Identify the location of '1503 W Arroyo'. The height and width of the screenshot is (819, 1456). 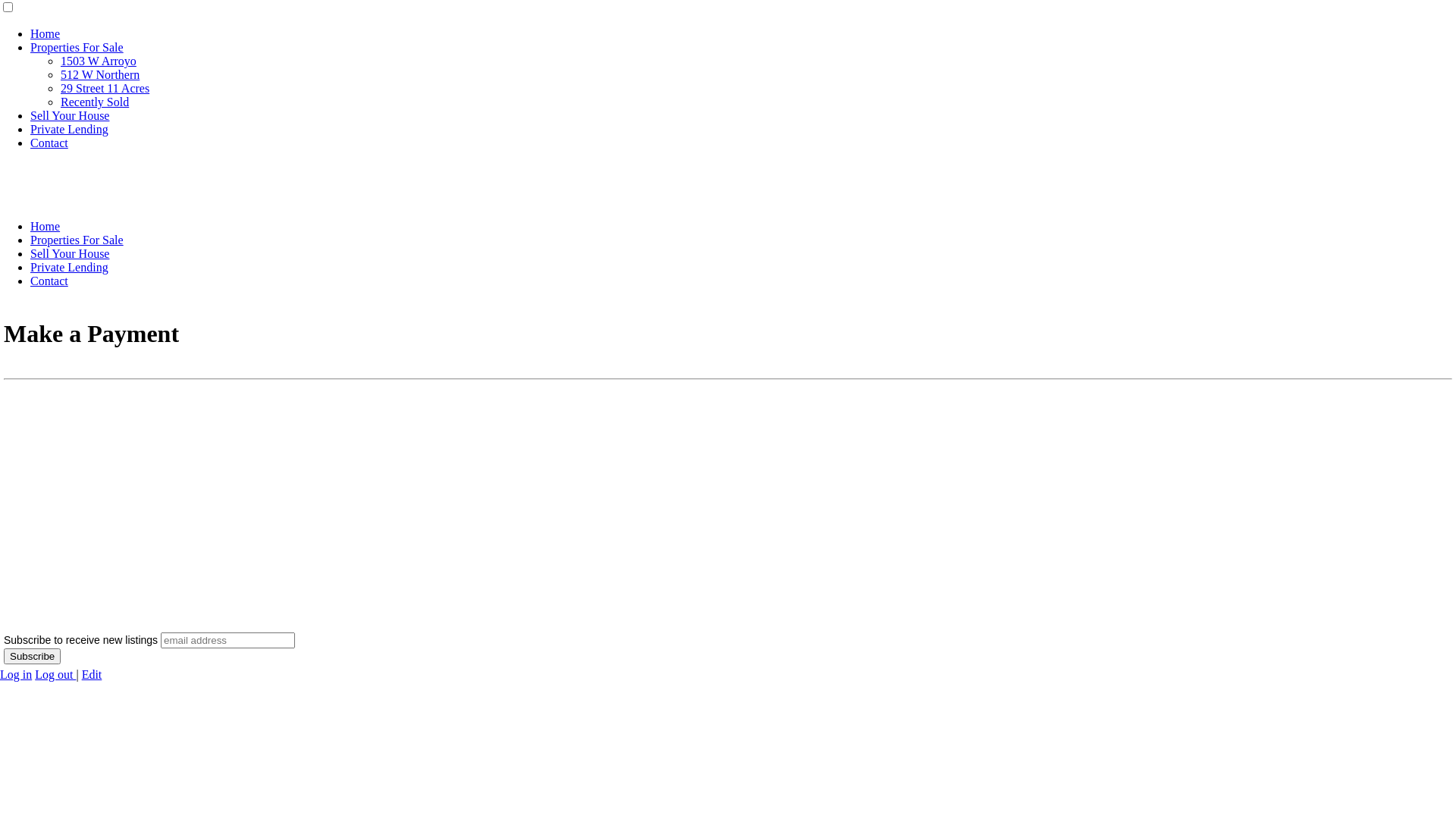
(97, 60).